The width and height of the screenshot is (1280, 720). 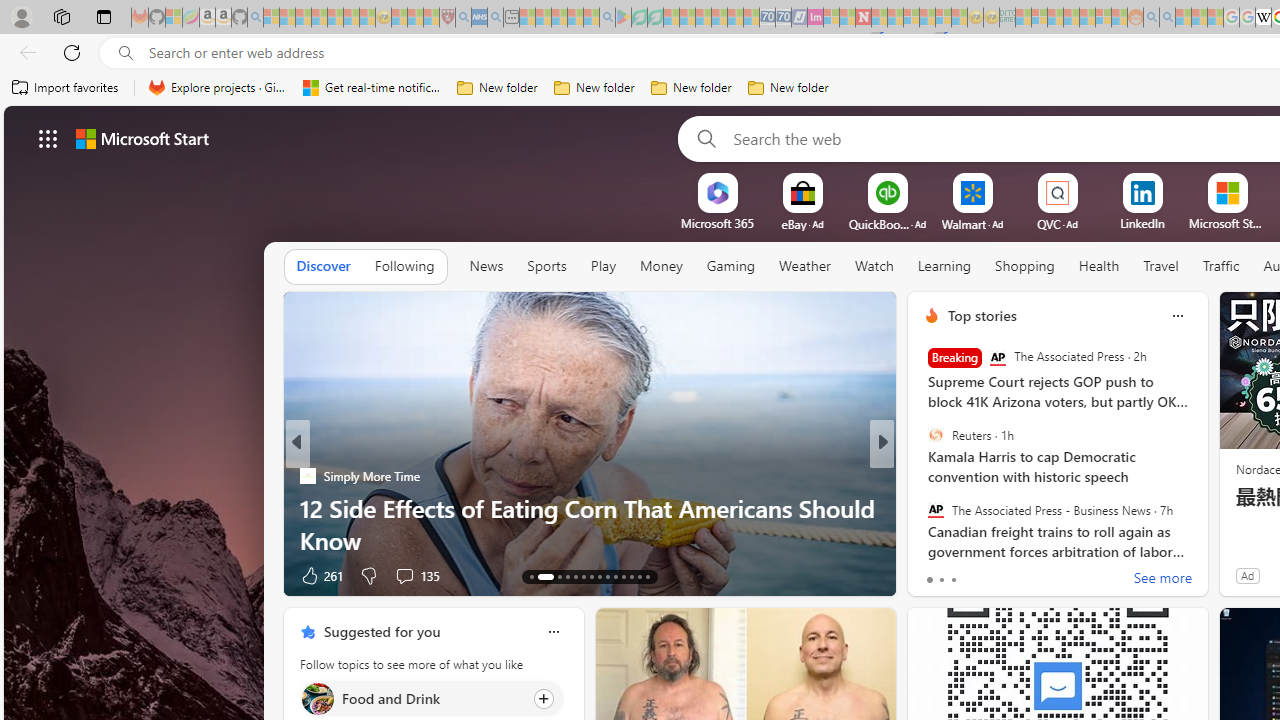 What do you see at coordinates (1070, 17) in the screenshot?
I see `'Expert Portfolios - Sleeping'` at bounding box center [1070, 17].